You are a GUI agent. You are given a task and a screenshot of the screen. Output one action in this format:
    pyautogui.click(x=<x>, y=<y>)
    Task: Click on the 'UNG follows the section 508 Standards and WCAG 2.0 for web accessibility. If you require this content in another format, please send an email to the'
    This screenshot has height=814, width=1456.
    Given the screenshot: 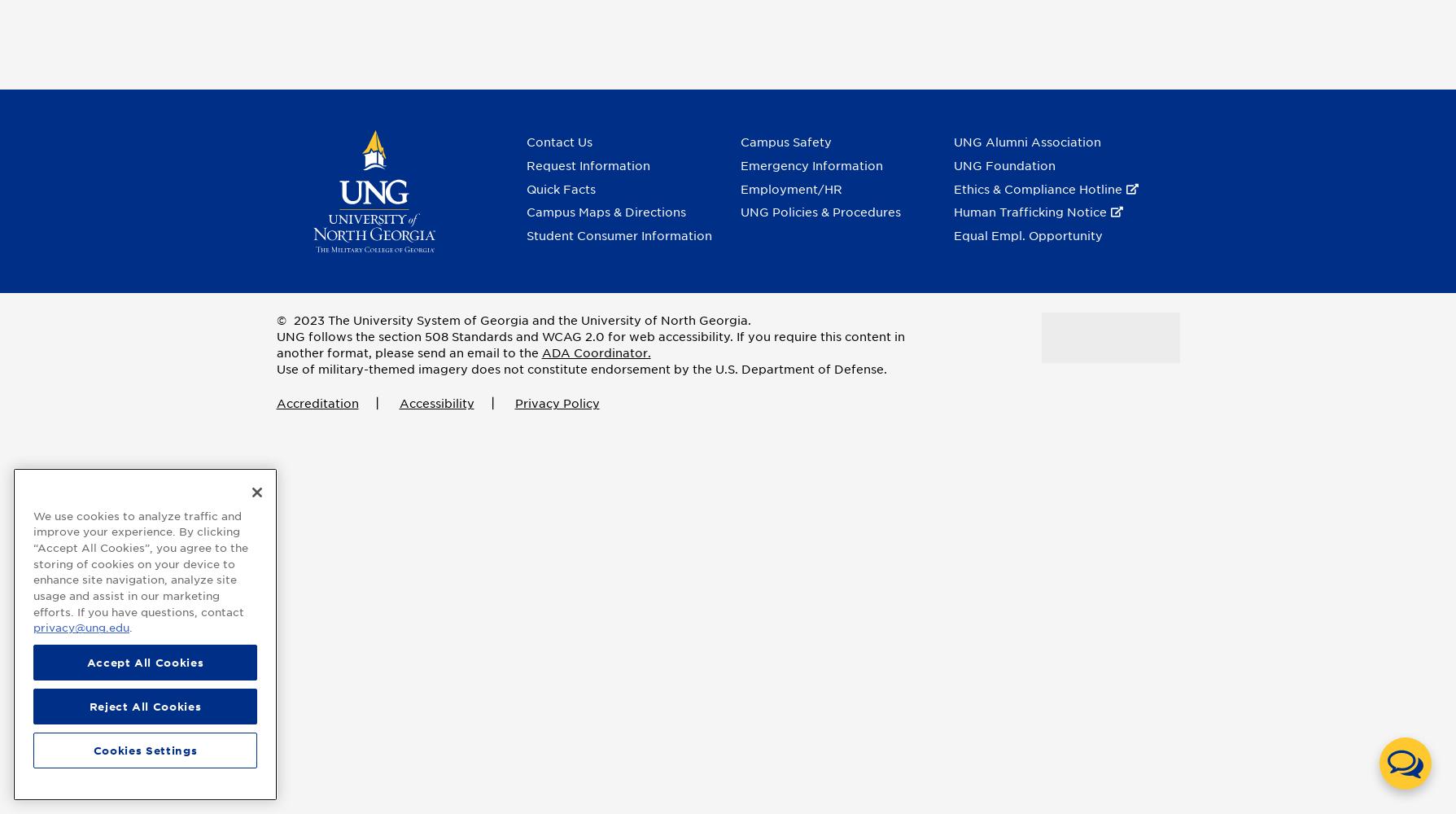 What is the action you would take?
    pyautogui.click(x=590, y=345)
    